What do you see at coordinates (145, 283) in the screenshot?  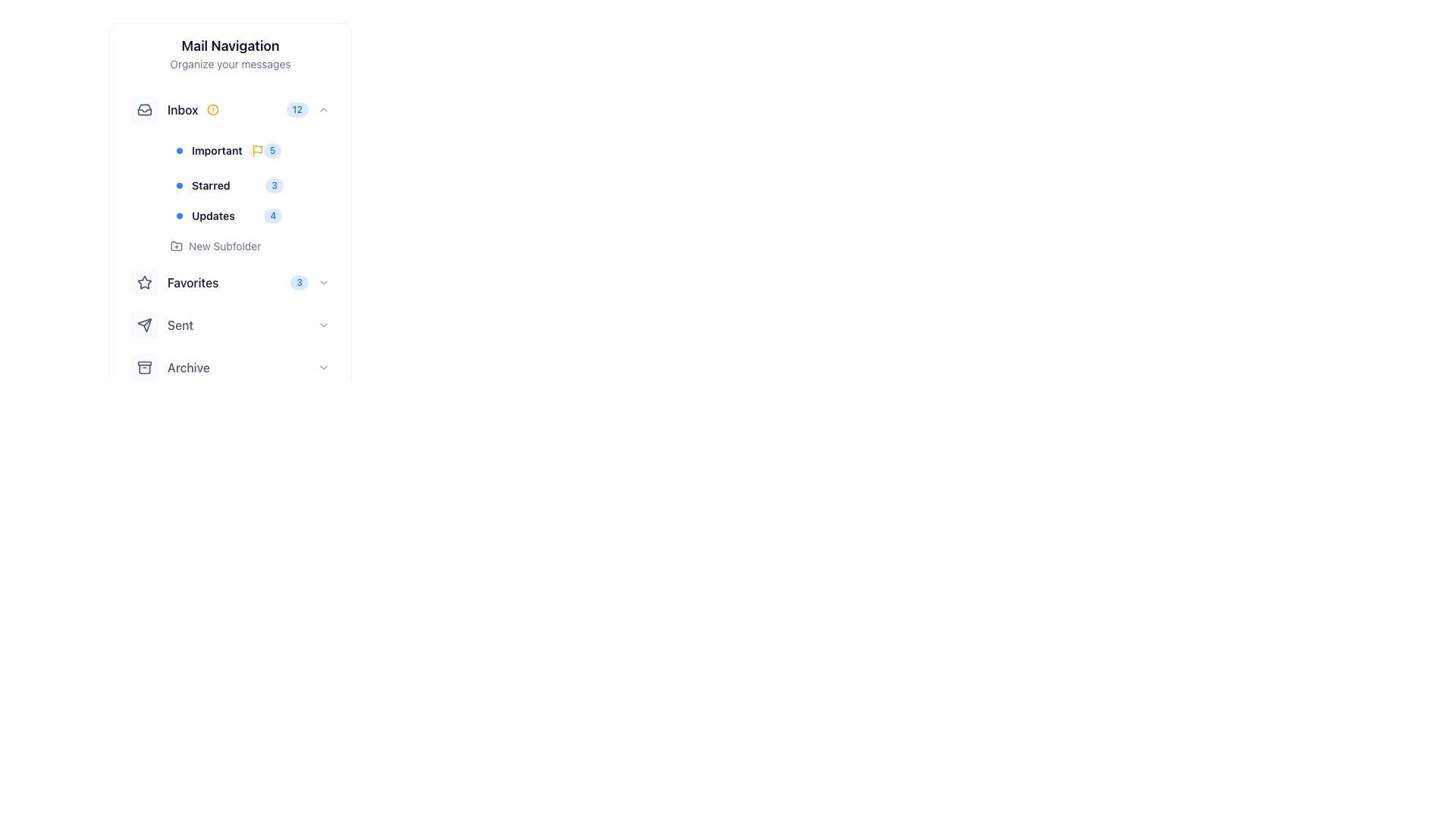 I see `the five-pointed star icon in the 'Favorites' section of the left navigation pane to interact with its related function` at bounding box center [145, 283].